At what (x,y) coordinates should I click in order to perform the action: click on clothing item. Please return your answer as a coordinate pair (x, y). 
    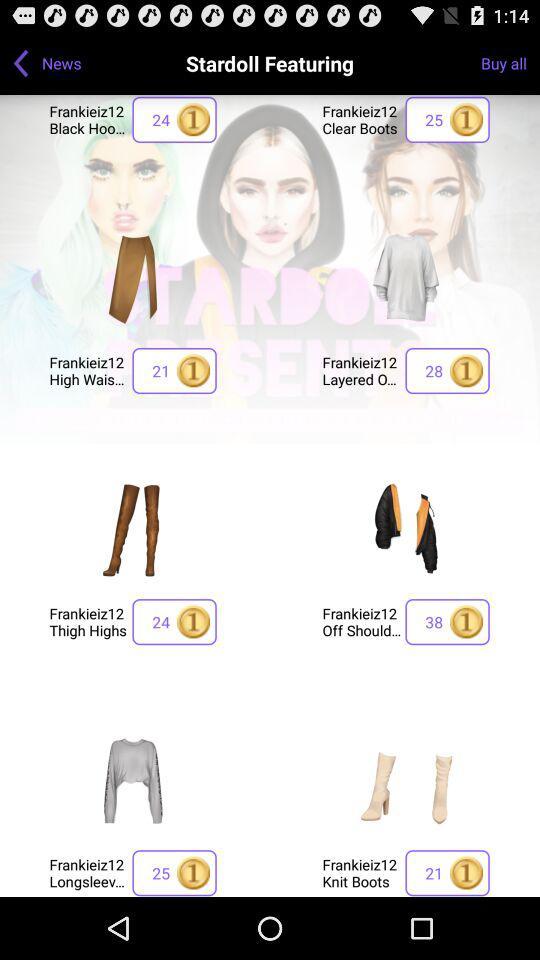
    Looking at the image, I should click on (405, 276).